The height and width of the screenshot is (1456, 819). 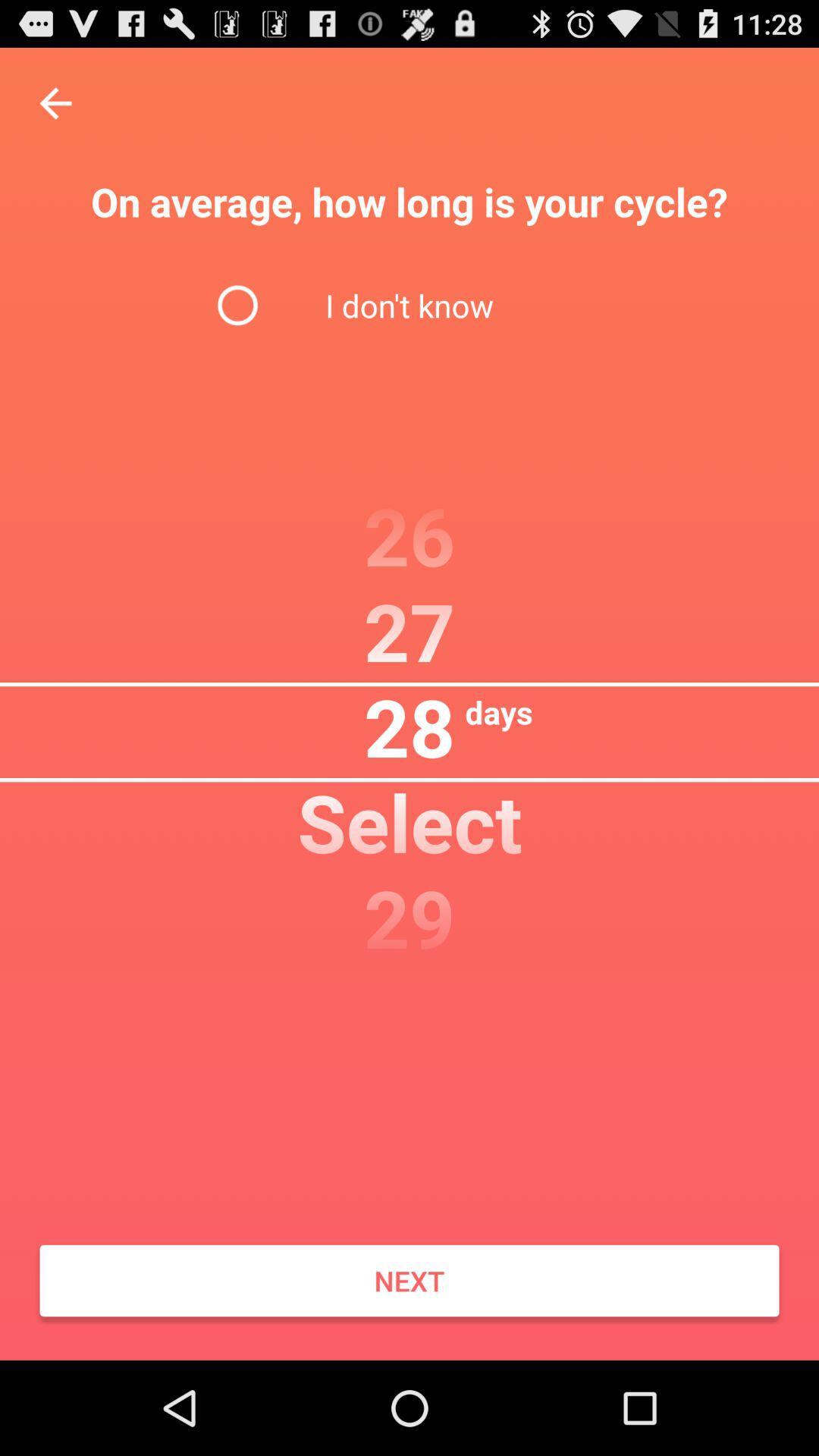 What do you see at coordinates (55, 102) in the screenshot?
I see `the item above the on average how item` at bounding box center [55, 102].